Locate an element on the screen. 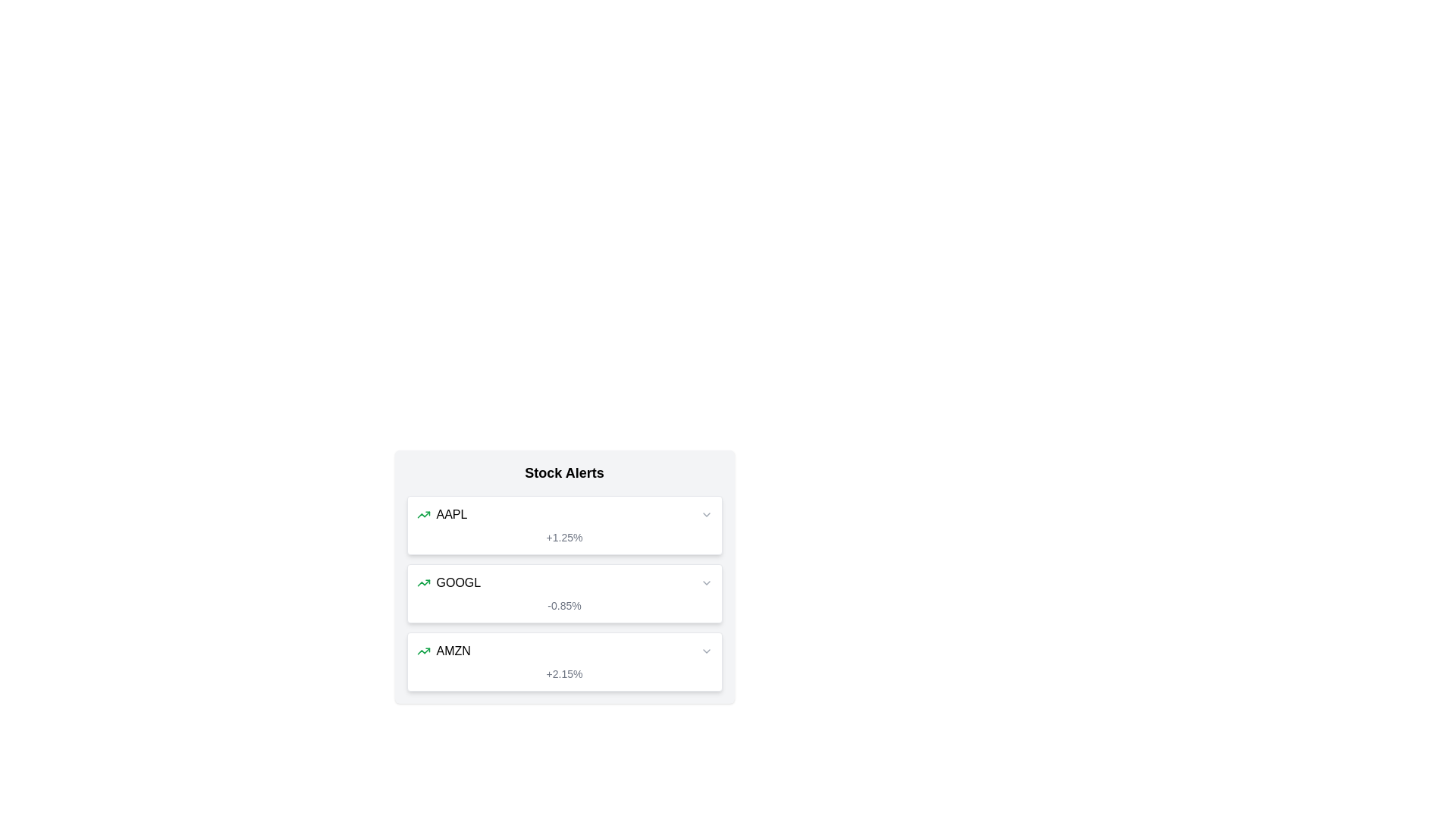 The image size is (1456, 819). the dropdown toggle button, which is a small downward-pointing arrow styled in gray, located at the far-right side of the middle row in the 'Stock Alerts' section, adjacent to the 'GOOGL' label is located at coordinates (705, 582).